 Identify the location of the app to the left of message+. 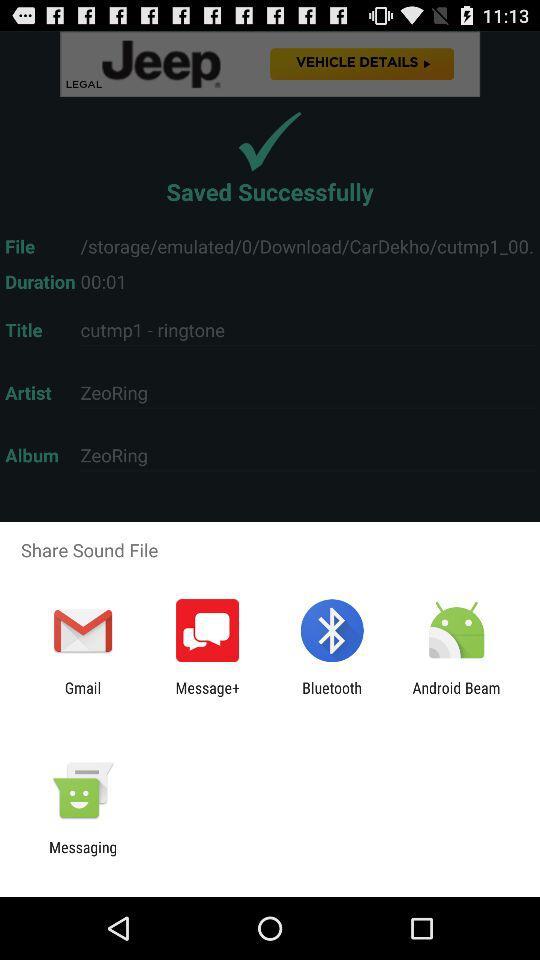
(82, 696).